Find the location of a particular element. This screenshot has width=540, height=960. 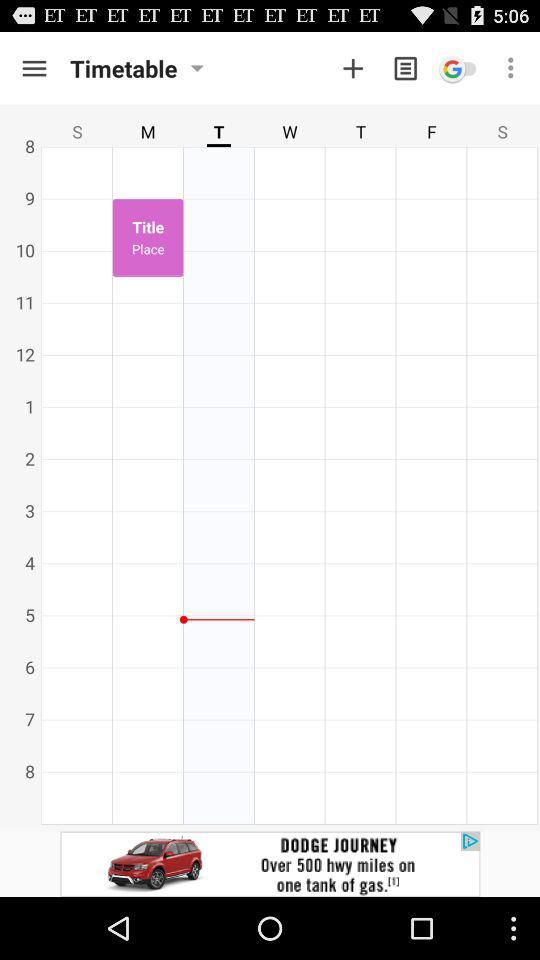

advertisement box is located at coordinates (270, 863).